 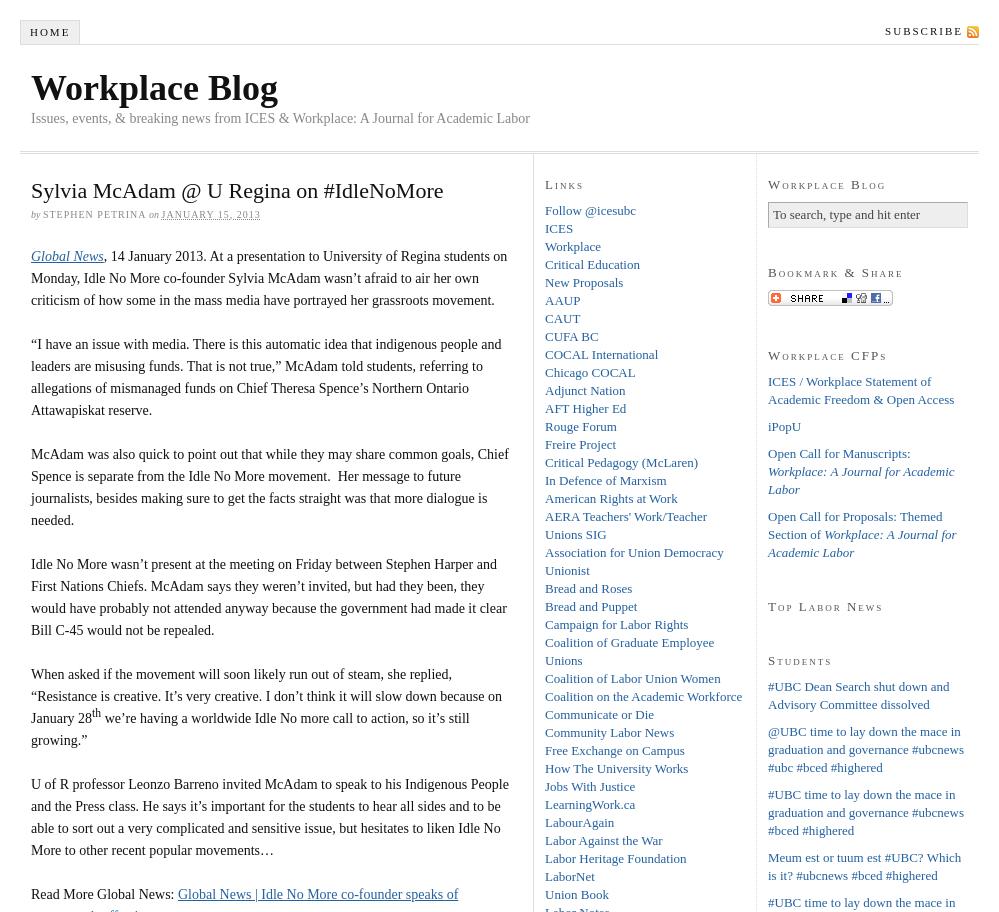 I want to click on 'LabourAgain', so click(x=579, y=820).